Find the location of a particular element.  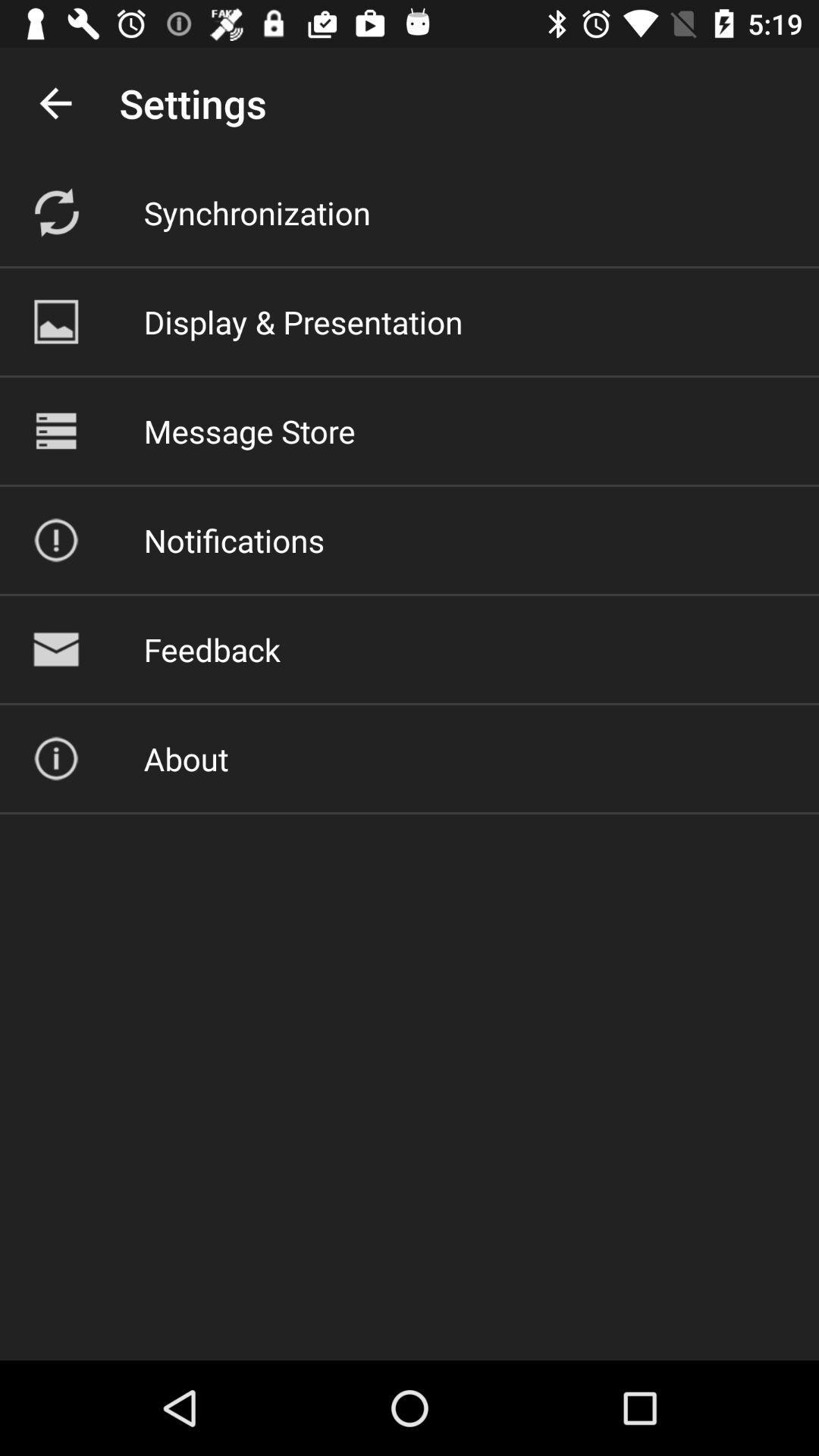

message store item is located at coordinates (249, 430).